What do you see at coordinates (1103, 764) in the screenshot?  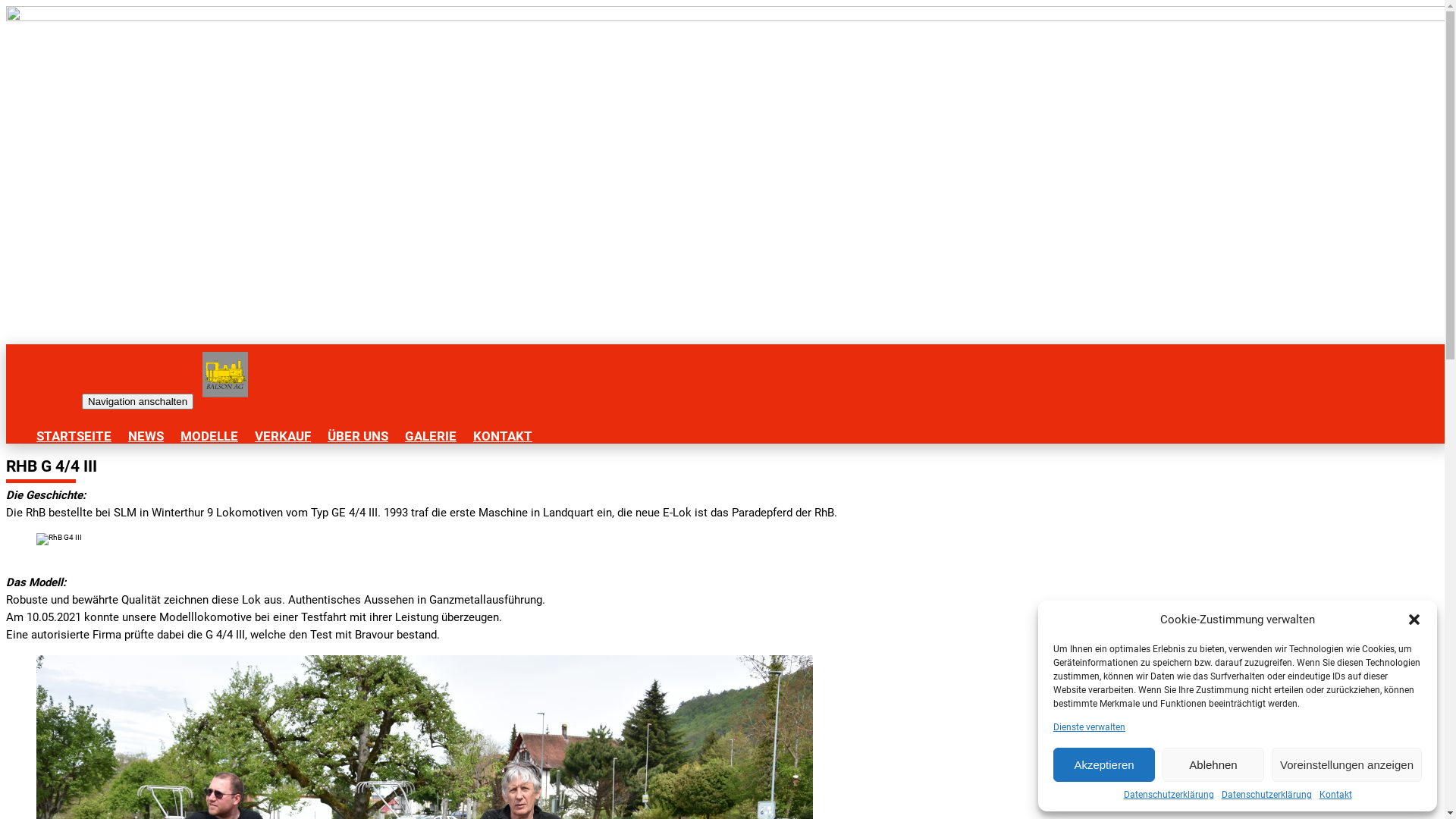 I see `'Akzeptieren'` at bounding box center [1103, 764].